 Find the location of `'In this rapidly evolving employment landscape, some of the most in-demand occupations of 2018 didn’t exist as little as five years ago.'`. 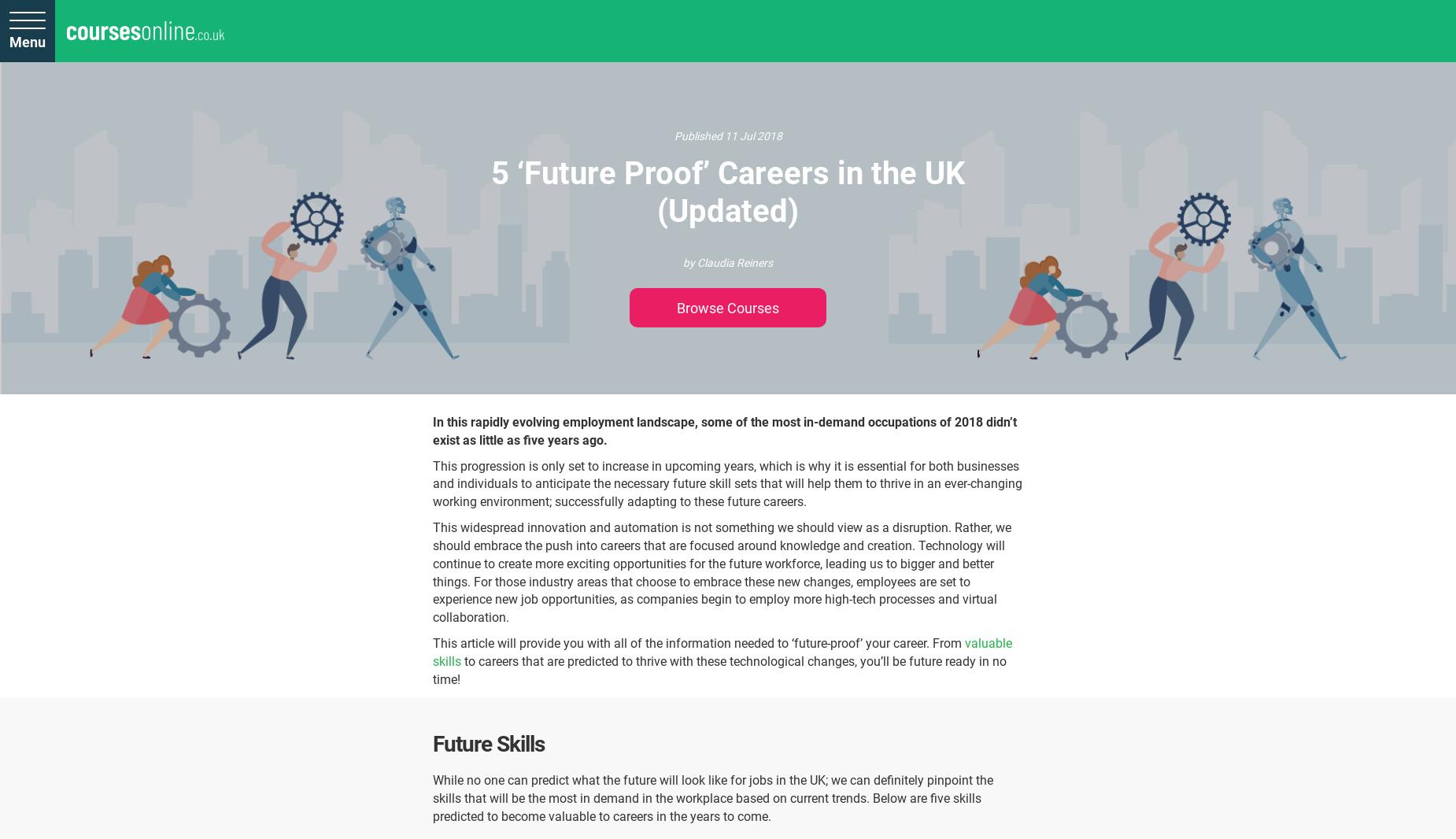

'In this rapidly evolving employment landscape, some of the most in-demand occupations of 2018 didn’t exist as little as five years ago.' is located at coordinates (724, 429).